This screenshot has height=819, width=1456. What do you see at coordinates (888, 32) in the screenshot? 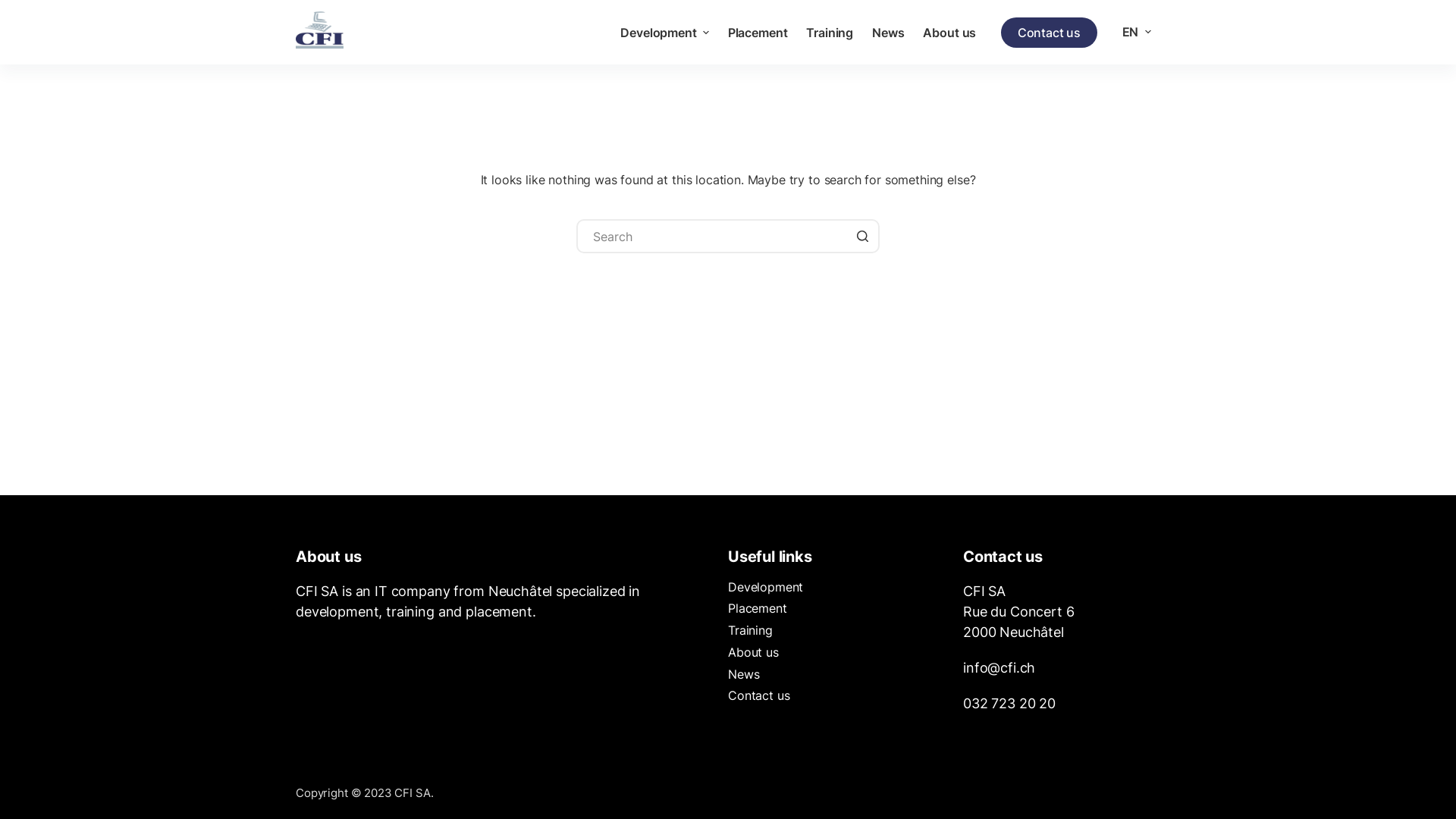
I see `'News'` at bounding box center [888, 32].